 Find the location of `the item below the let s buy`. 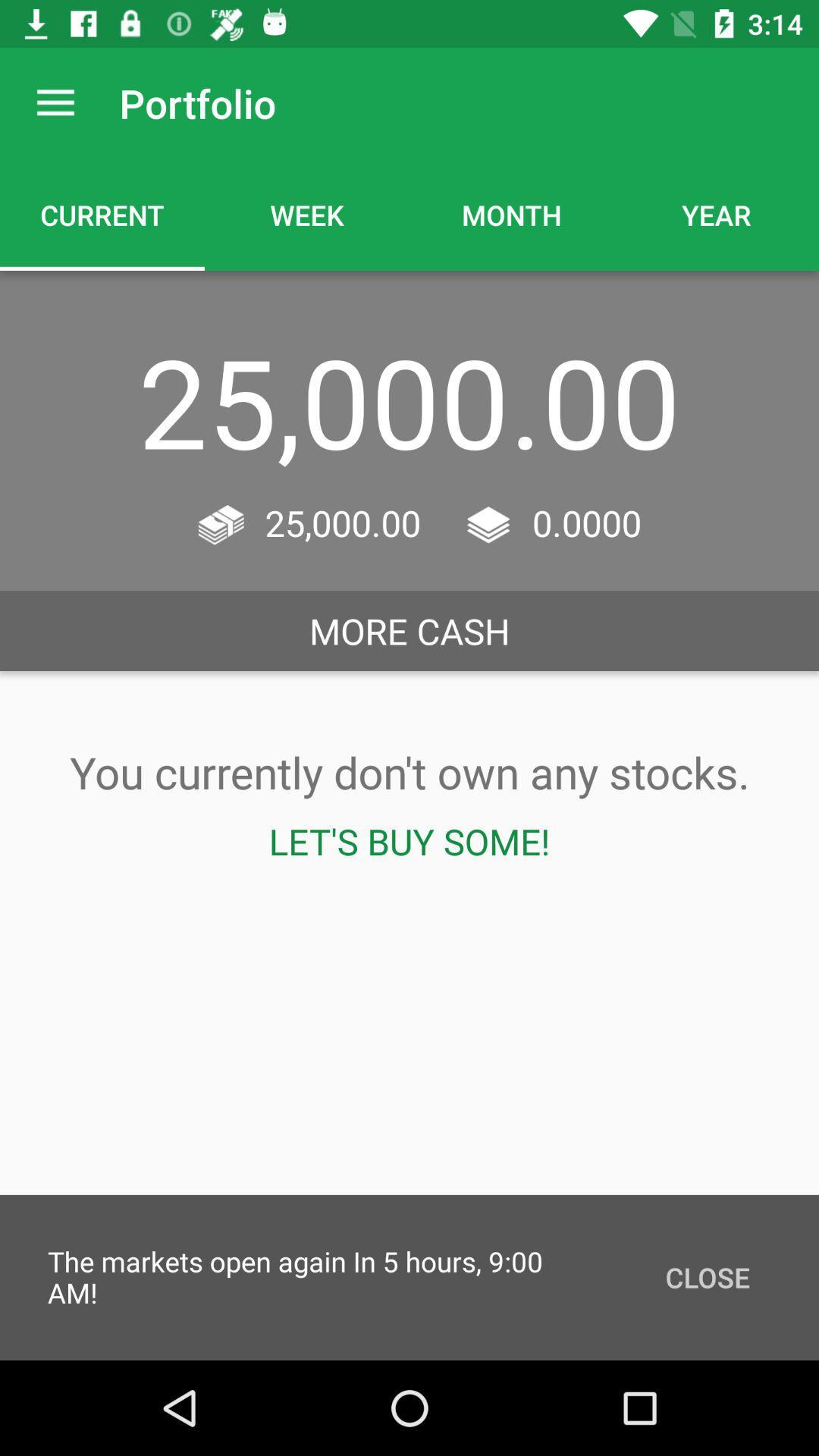

the item below the let s buy is located at coordinates (708, 1276).